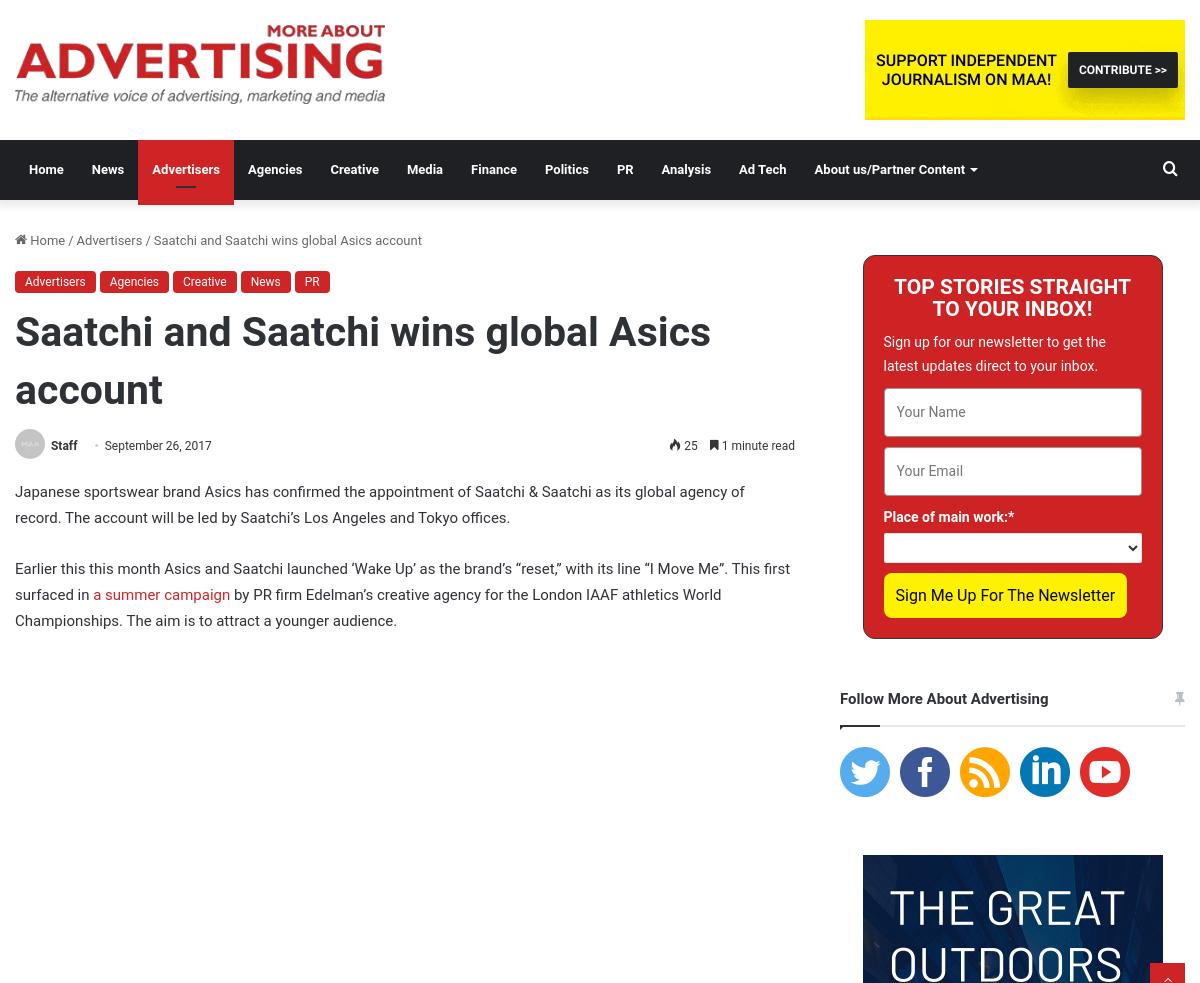 Image resolution: width=1200 pixels, height=983 pixels. Describe the element at coordinates (1011, 298) in the screenshot. I see `'TOP STORIES STRAIGHT TO YOUR INBOX!'` at that location.